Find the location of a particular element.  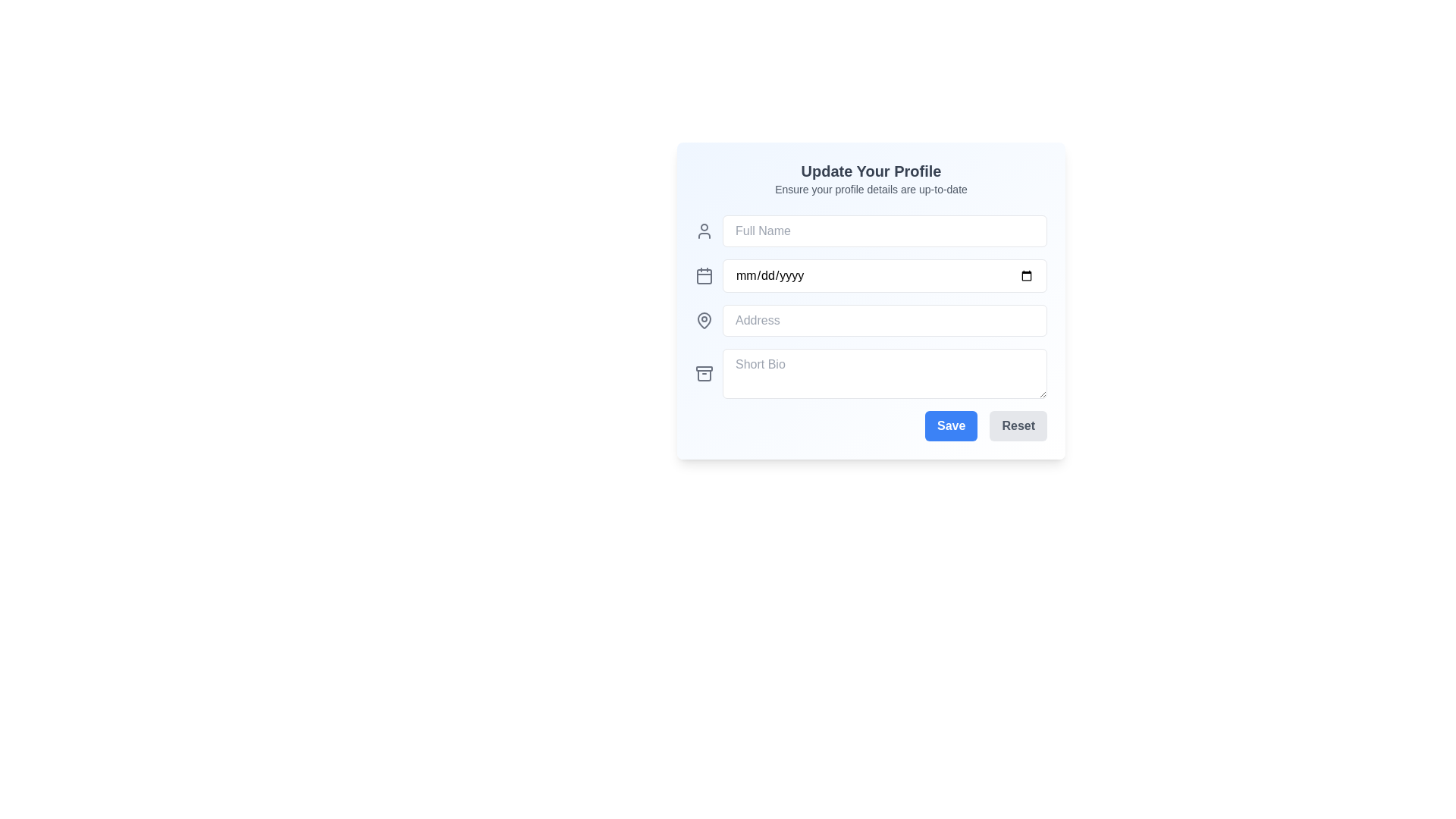

the blue 'Save' button with white bold text located is located at coordinates (950, 426).